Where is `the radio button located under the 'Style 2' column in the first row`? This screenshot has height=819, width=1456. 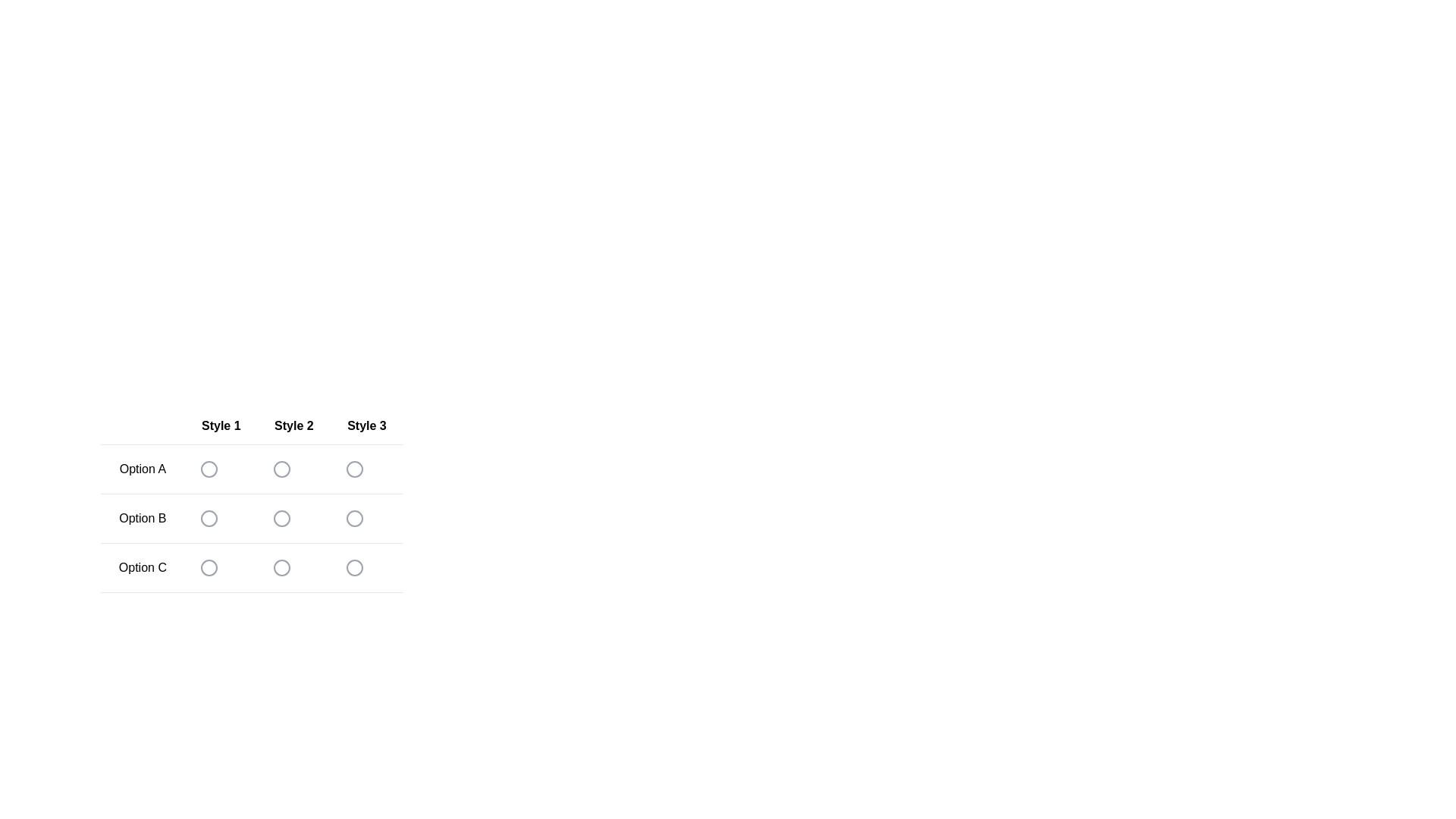
the radio button located under the 'Style 2' column in the first row is located at coordinates (281, 468).